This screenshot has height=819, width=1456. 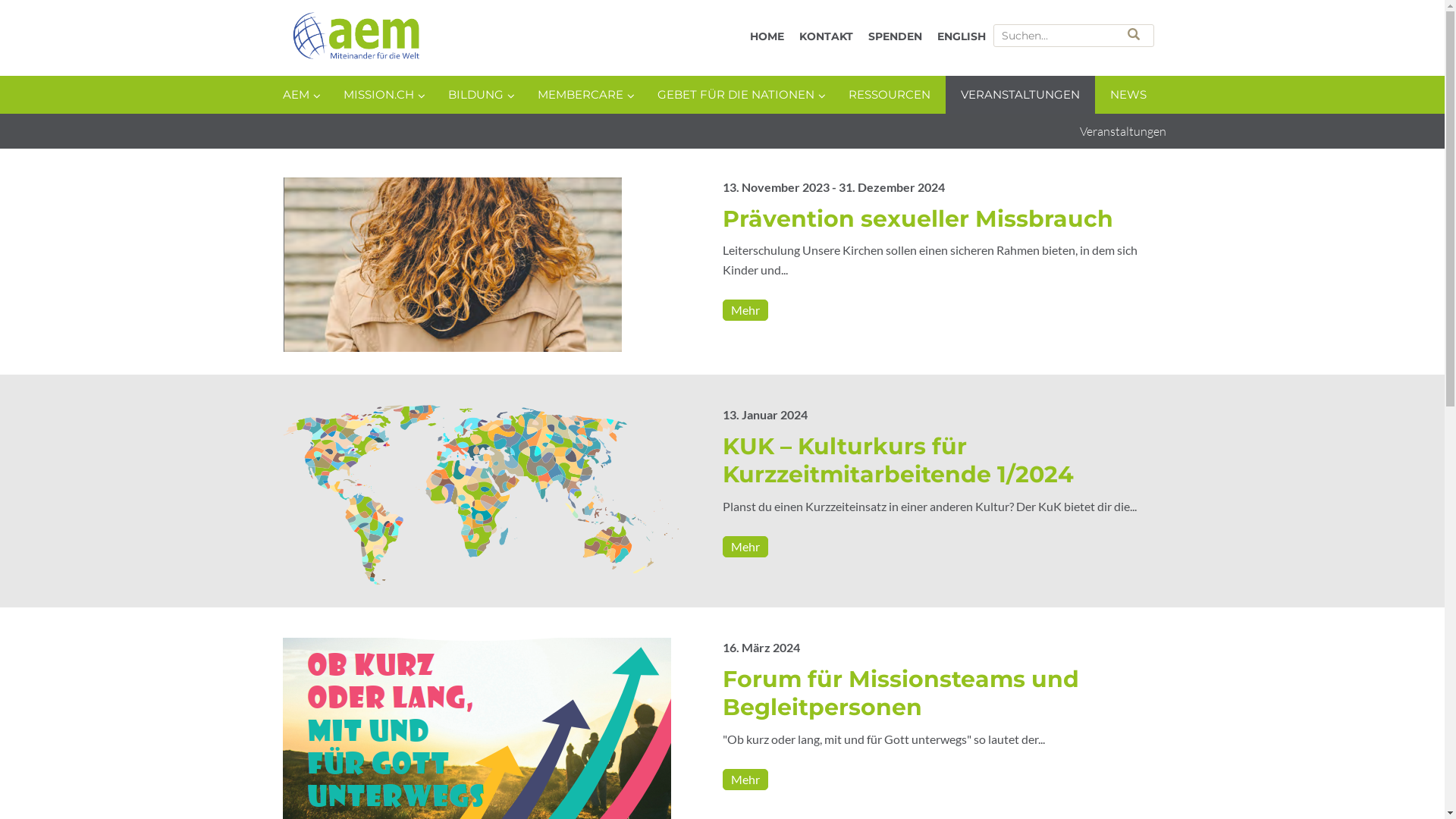 I want to click on 'HOME', so click(x=766, y=35).